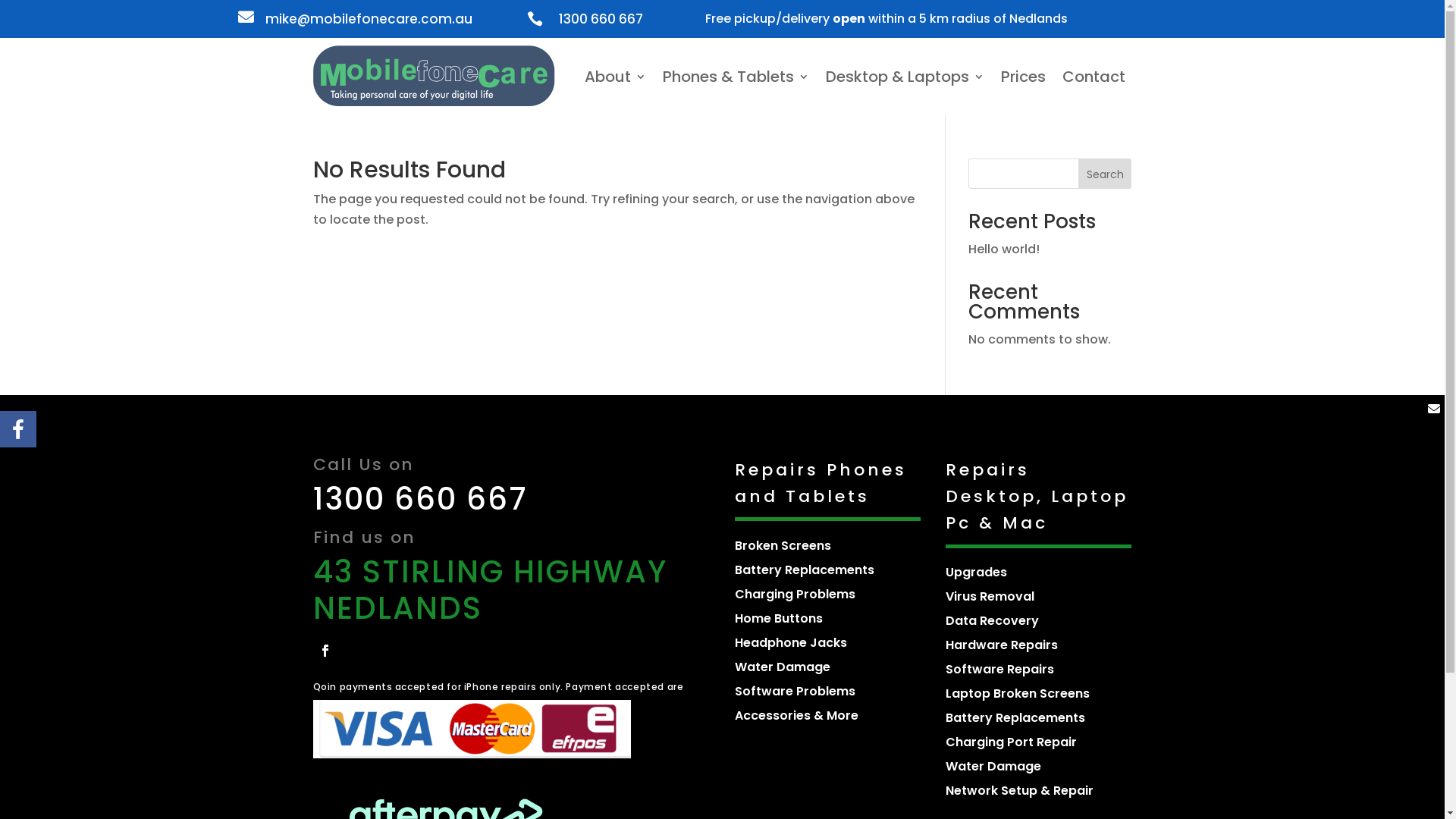  Describe the element at coordinates (783, 544) in the screenshot. I see `'Broken Screens'` at that location.